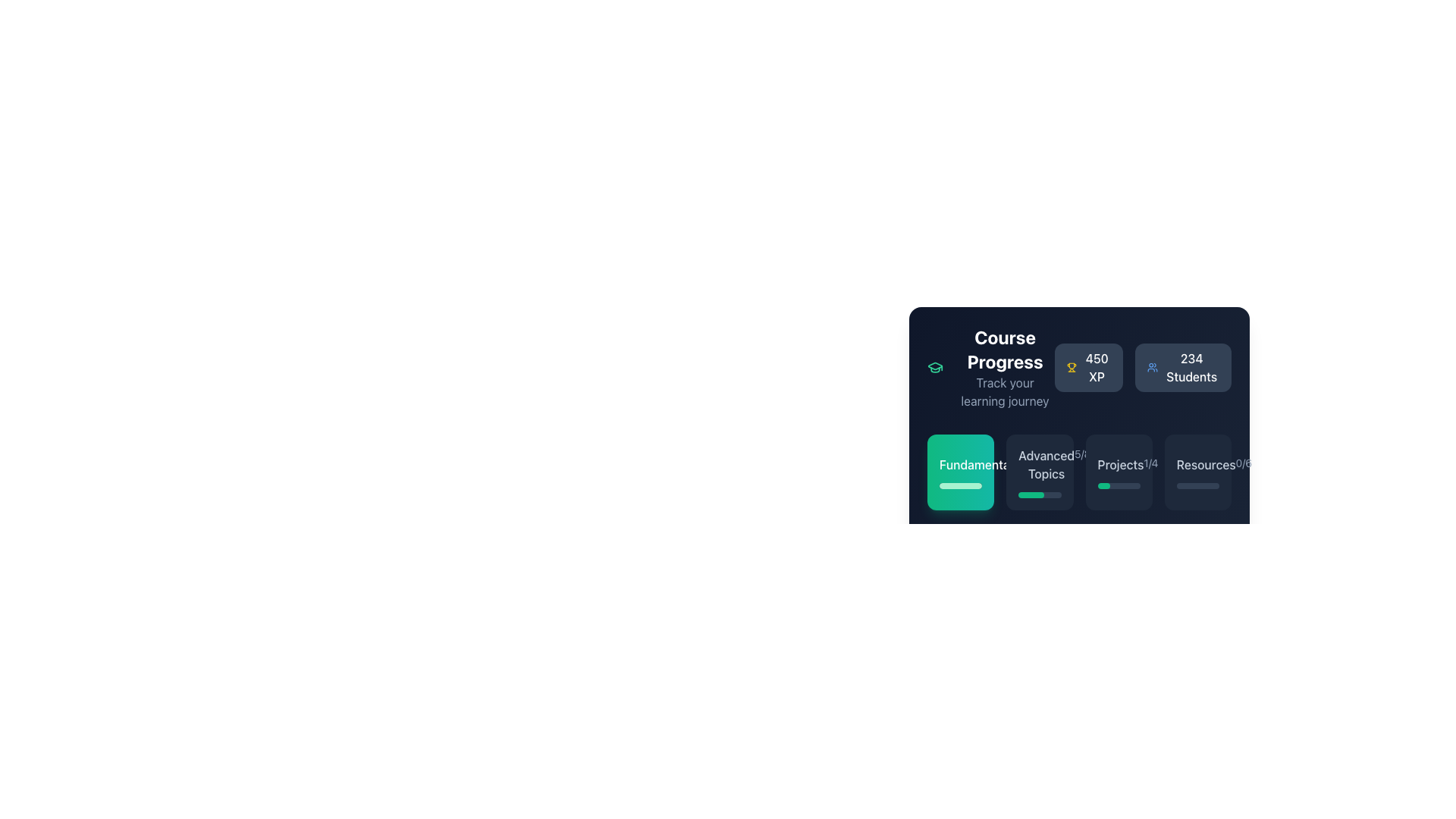 Image resolution: width=1456 pixels, height=819 pixels. What do you see at coordinates (1039, 494) in the screenshot?
I see `visually represented Progress bar located within the 'Advanced Topics' card, which has a dark gray background and a vibrant green filled segment indicating 60% completion` at bounding box center [1039, 494].